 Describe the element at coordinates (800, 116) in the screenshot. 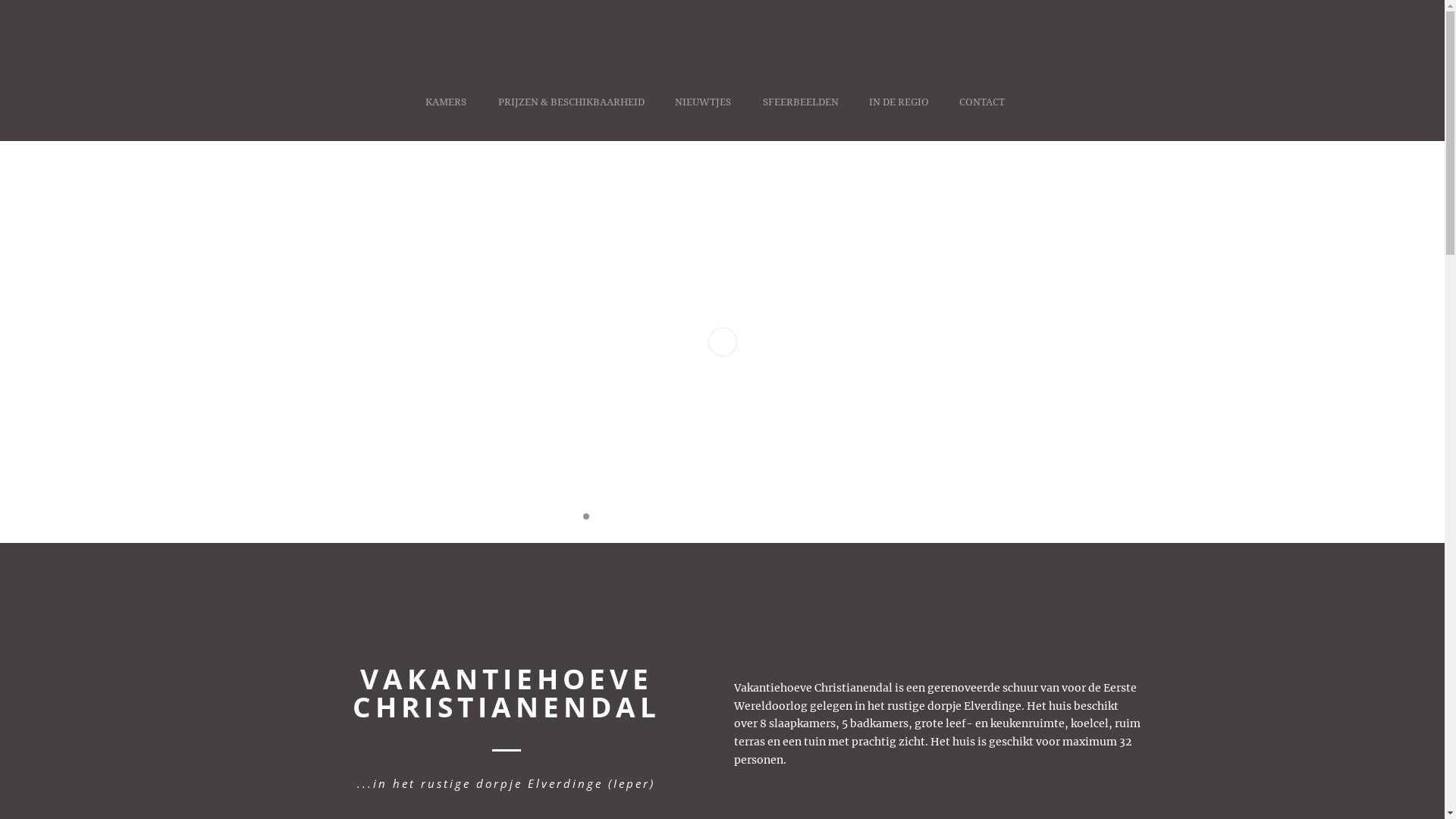

I see `'SFEERBEELDEN'` at that location.